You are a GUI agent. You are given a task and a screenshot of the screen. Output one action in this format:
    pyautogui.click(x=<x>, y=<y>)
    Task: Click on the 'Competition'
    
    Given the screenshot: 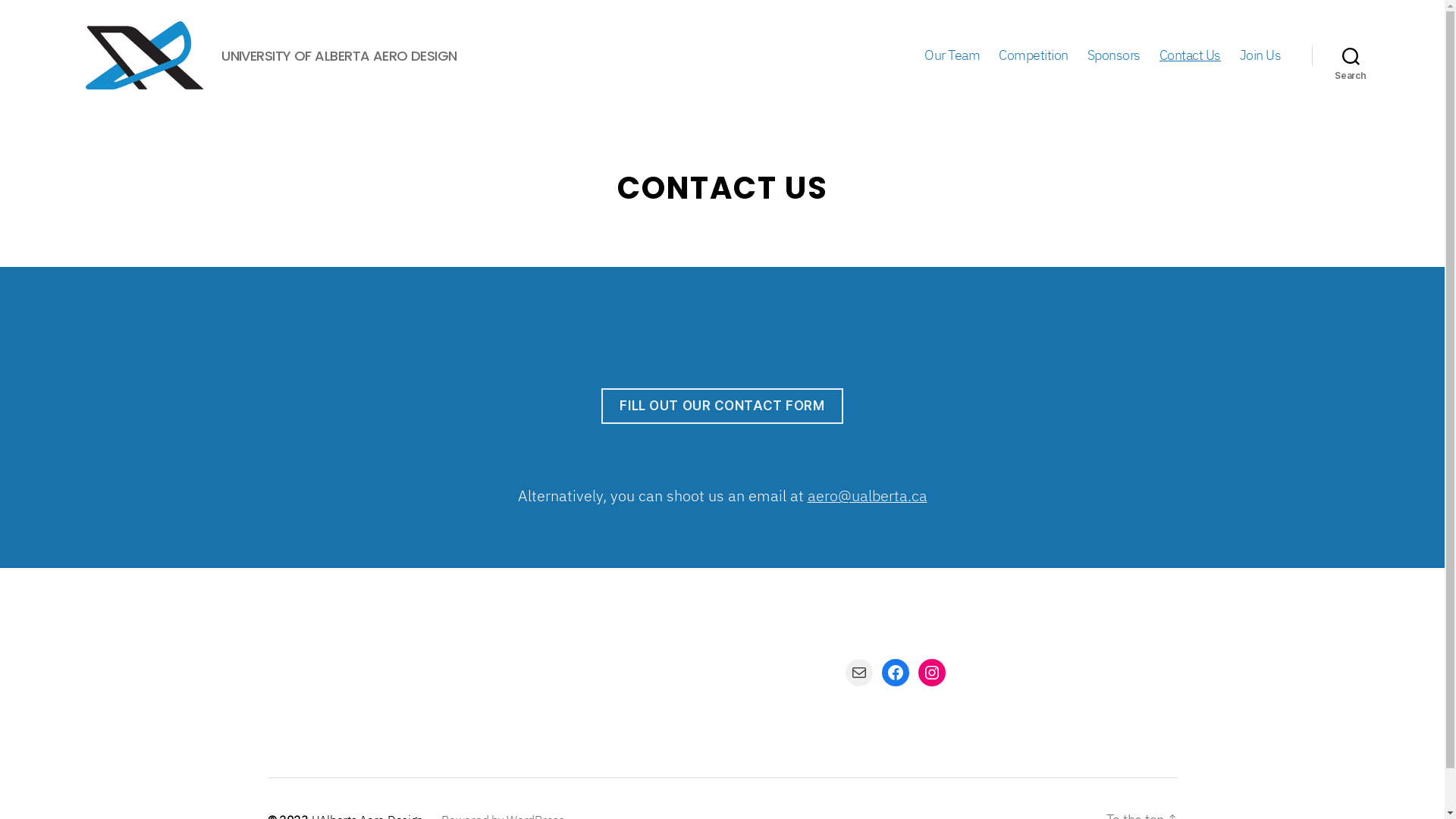 What is the action you would take?
    pyautogui.click(x=1033, y=55)
    